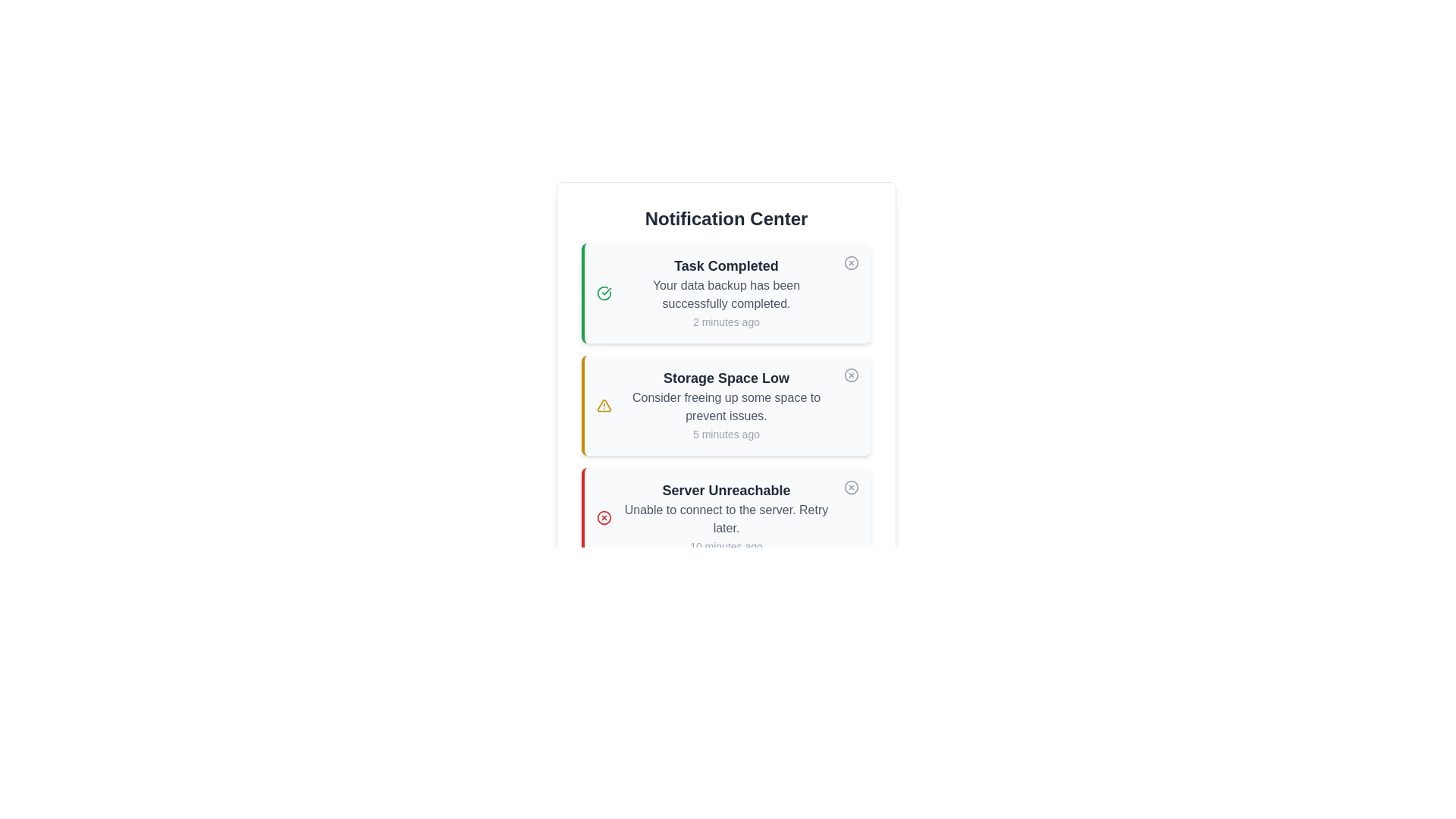 This screenshot has width=1456, height=819. What do you see at coordinates (713, 516) in the screenshot?
I see `the Informational notification panel displaying 'Server Unreachable', which includes a circular red warning icon and a subtitle about server connection issues` at bounding box center [713, 516].